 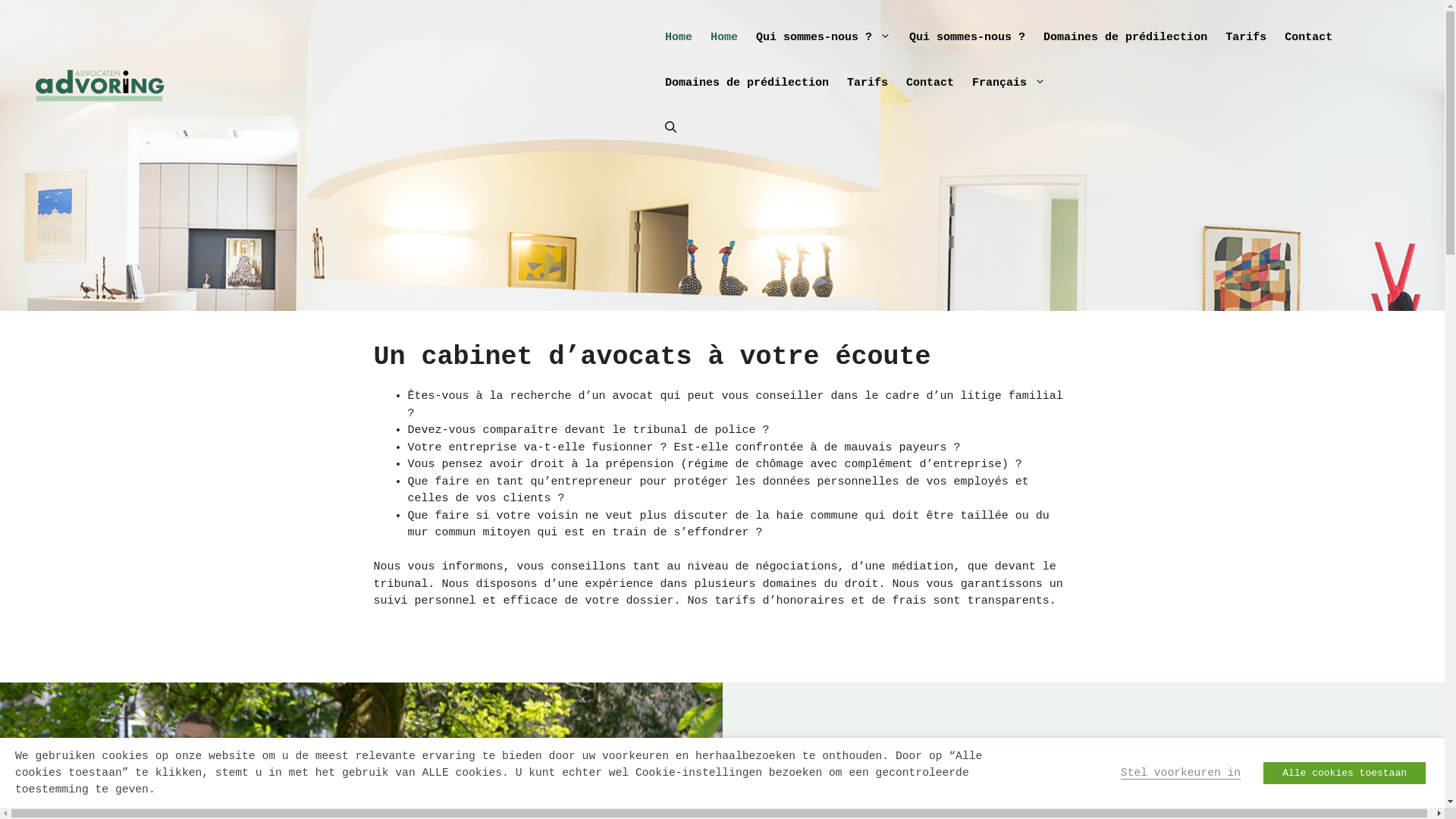 What do you see at coordinates (1307, 37) in the screenshot?
I see `'Contact'` at bounding box center [1307, 37].